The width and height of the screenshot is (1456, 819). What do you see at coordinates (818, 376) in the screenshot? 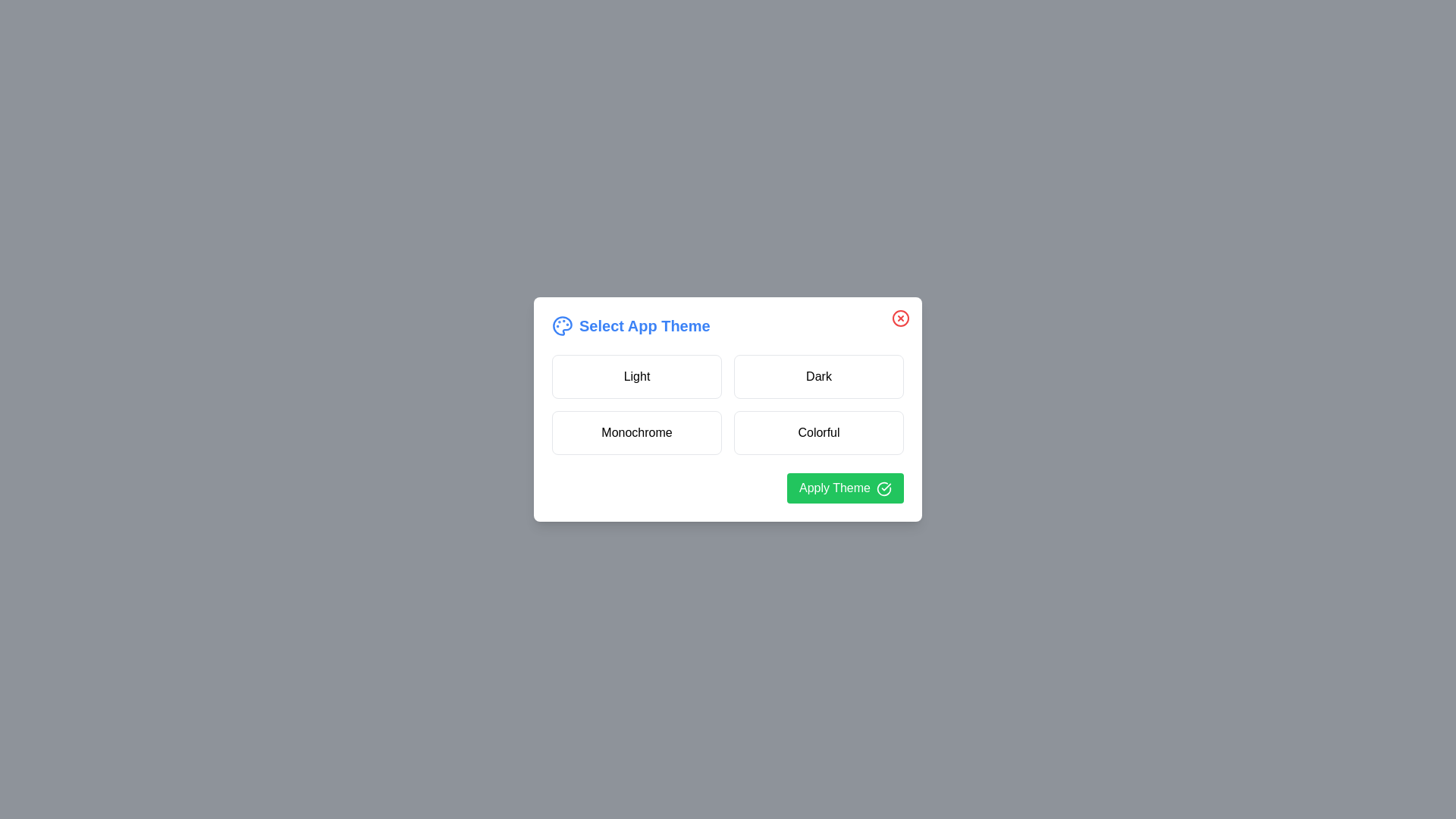
I see `the theme Dark by clicking on its corresponding button` at bounding box center [818, 376].